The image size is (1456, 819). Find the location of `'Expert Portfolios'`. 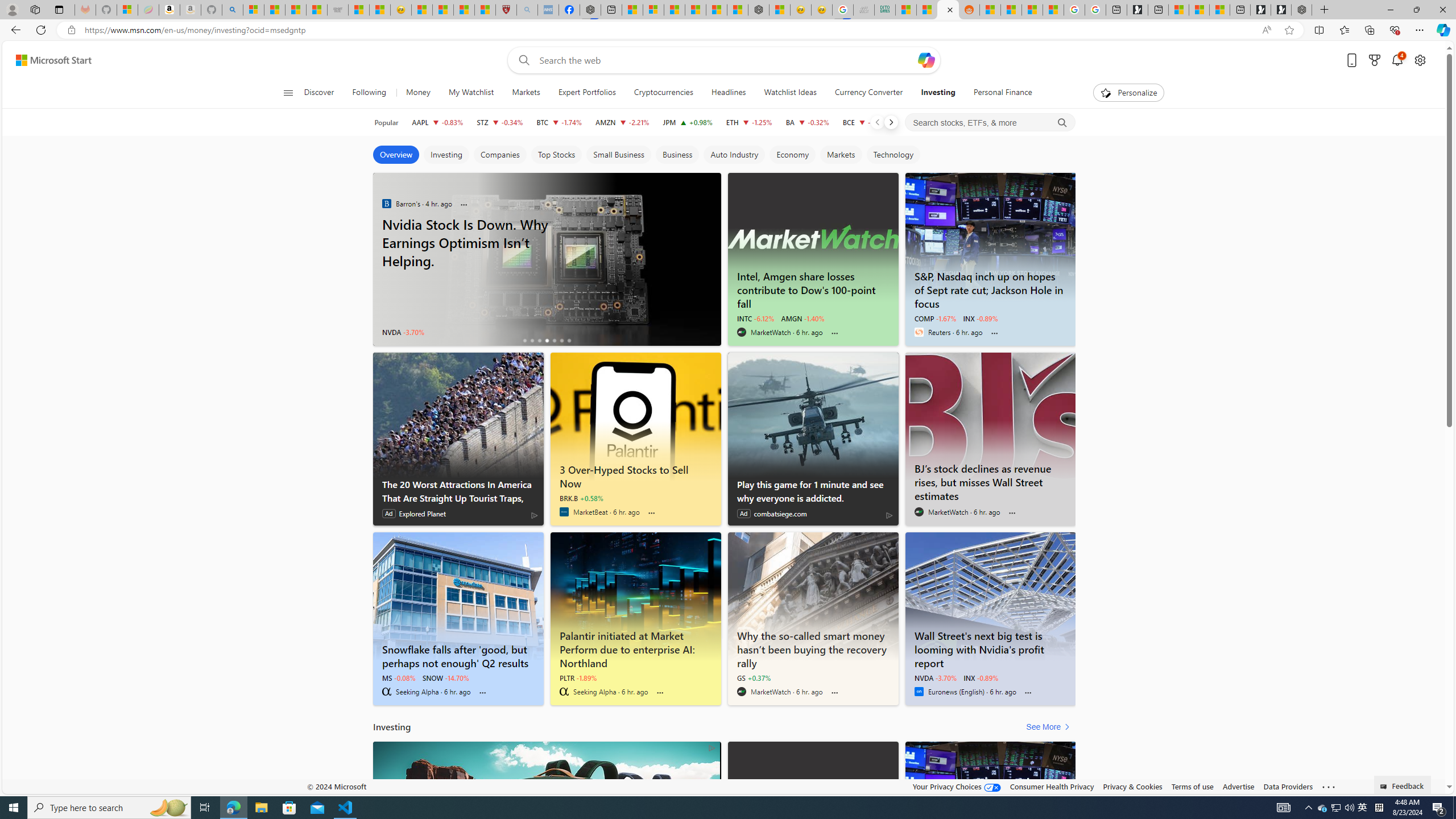

'Expert Portfolios' is located at coordinates (586, 92).